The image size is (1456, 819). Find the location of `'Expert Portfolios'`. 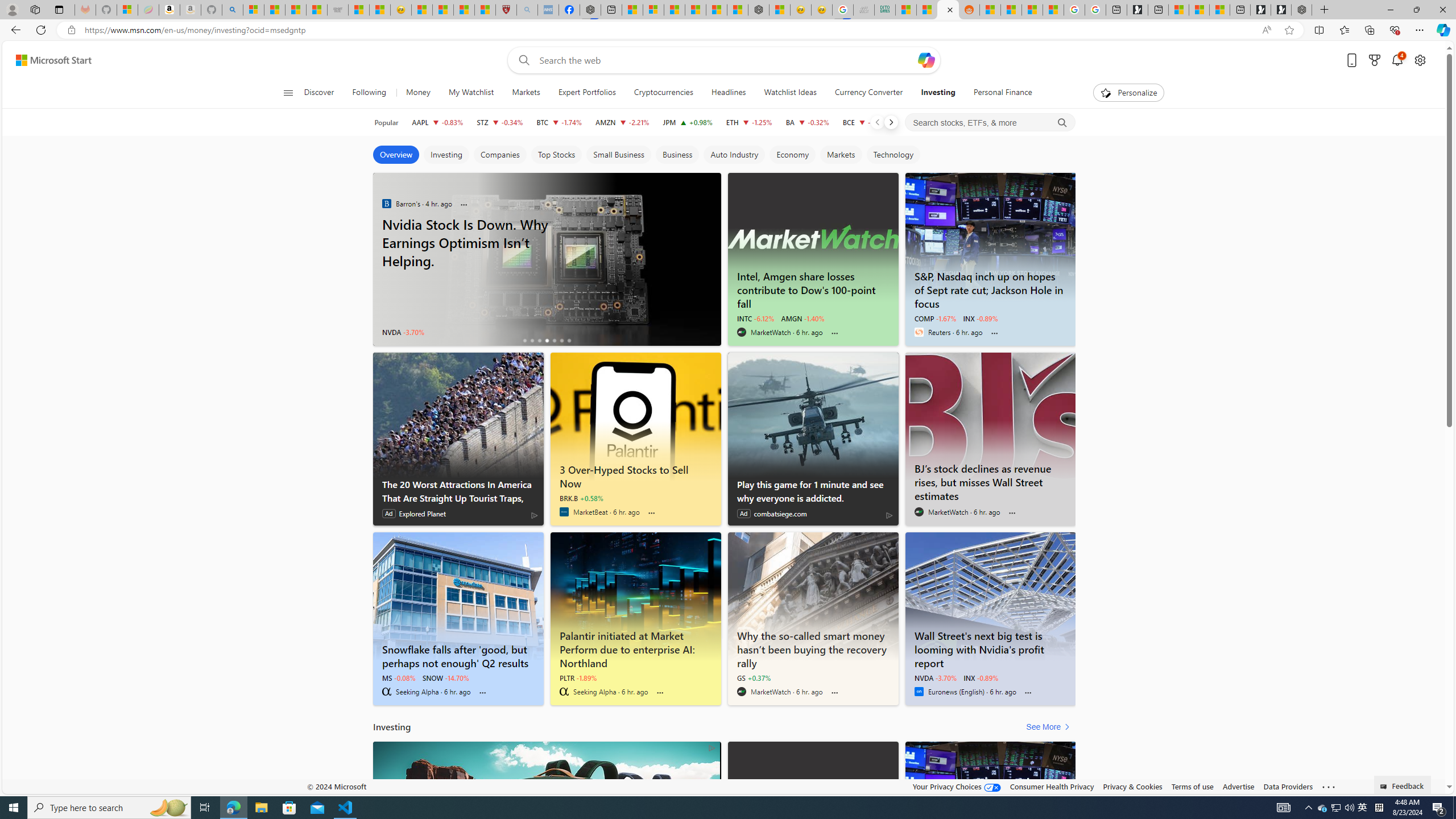

'Expert Portfolios' is located at coordinates (586, 92).